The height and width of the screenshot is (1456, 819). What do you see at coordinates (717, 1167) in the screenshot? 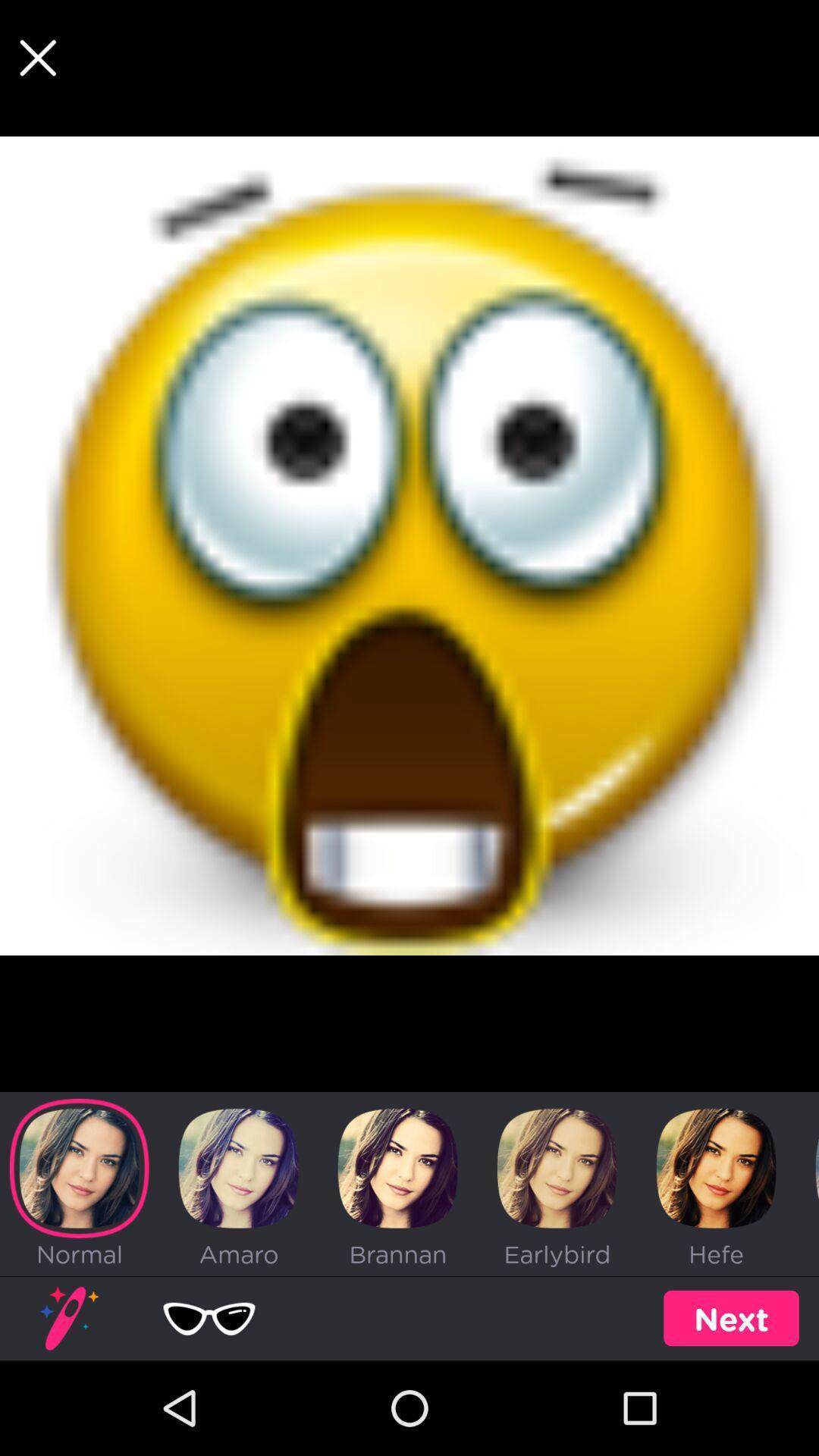
I see `the picture which is above the text hefe` at bounding box center [717, 1167].